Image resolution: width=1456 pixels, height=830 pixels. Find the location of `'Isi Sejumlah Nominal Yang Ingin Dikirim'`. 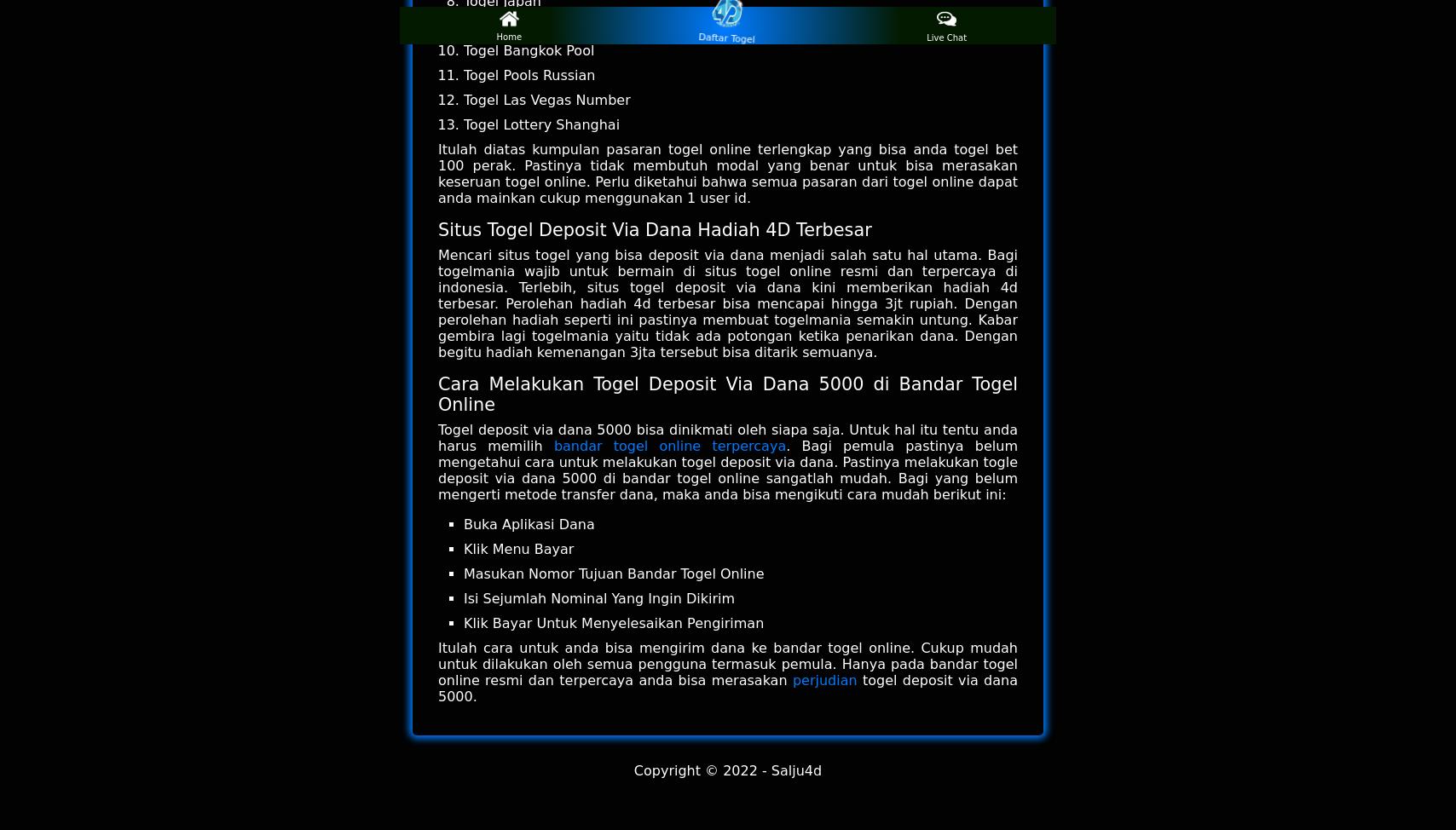

'Isi Sejumlah Nominal Yang Ingin Dikirim' is located at coordinates (599, 598).